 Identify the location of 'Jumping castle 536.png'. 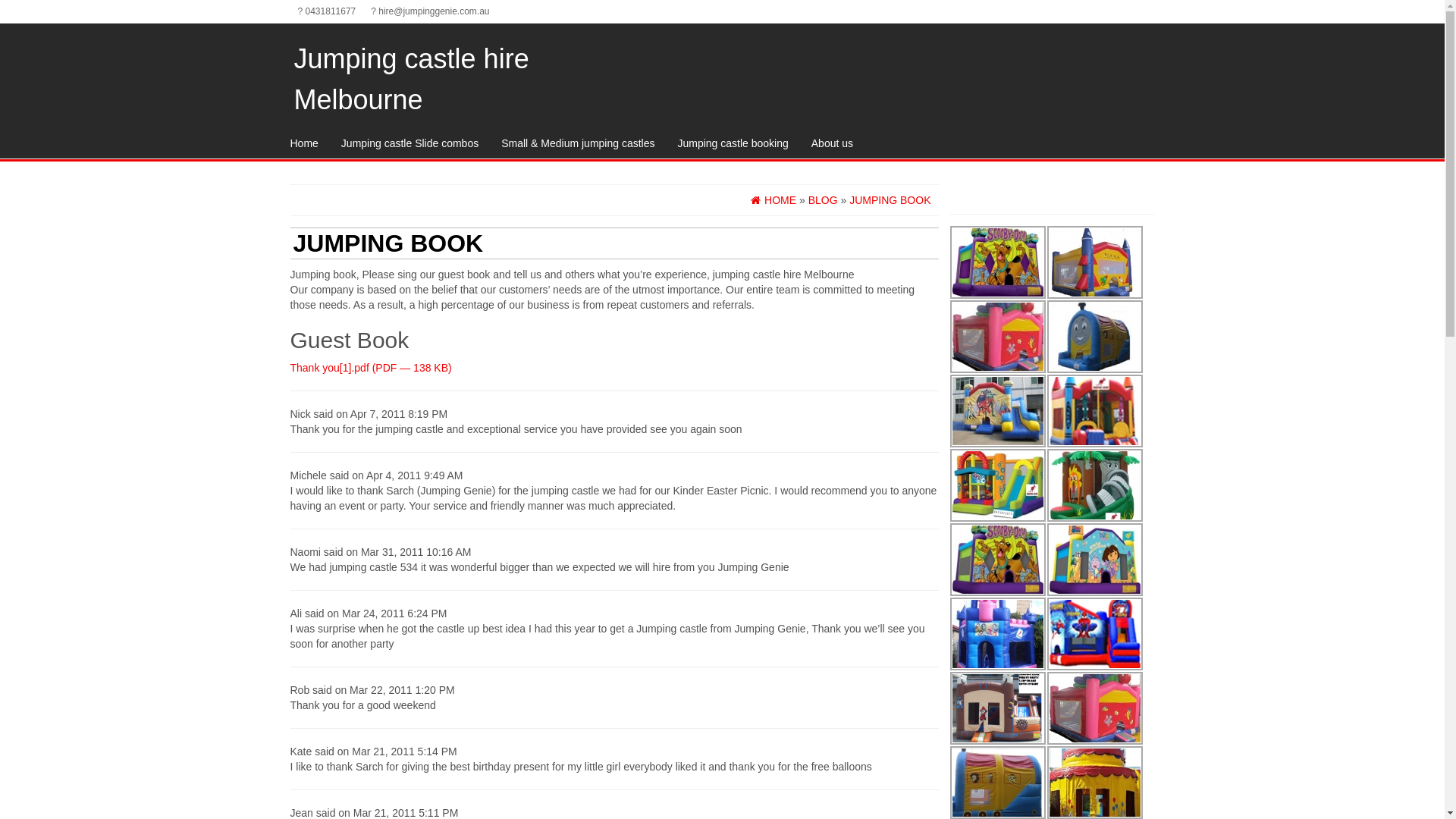
(997, 708).